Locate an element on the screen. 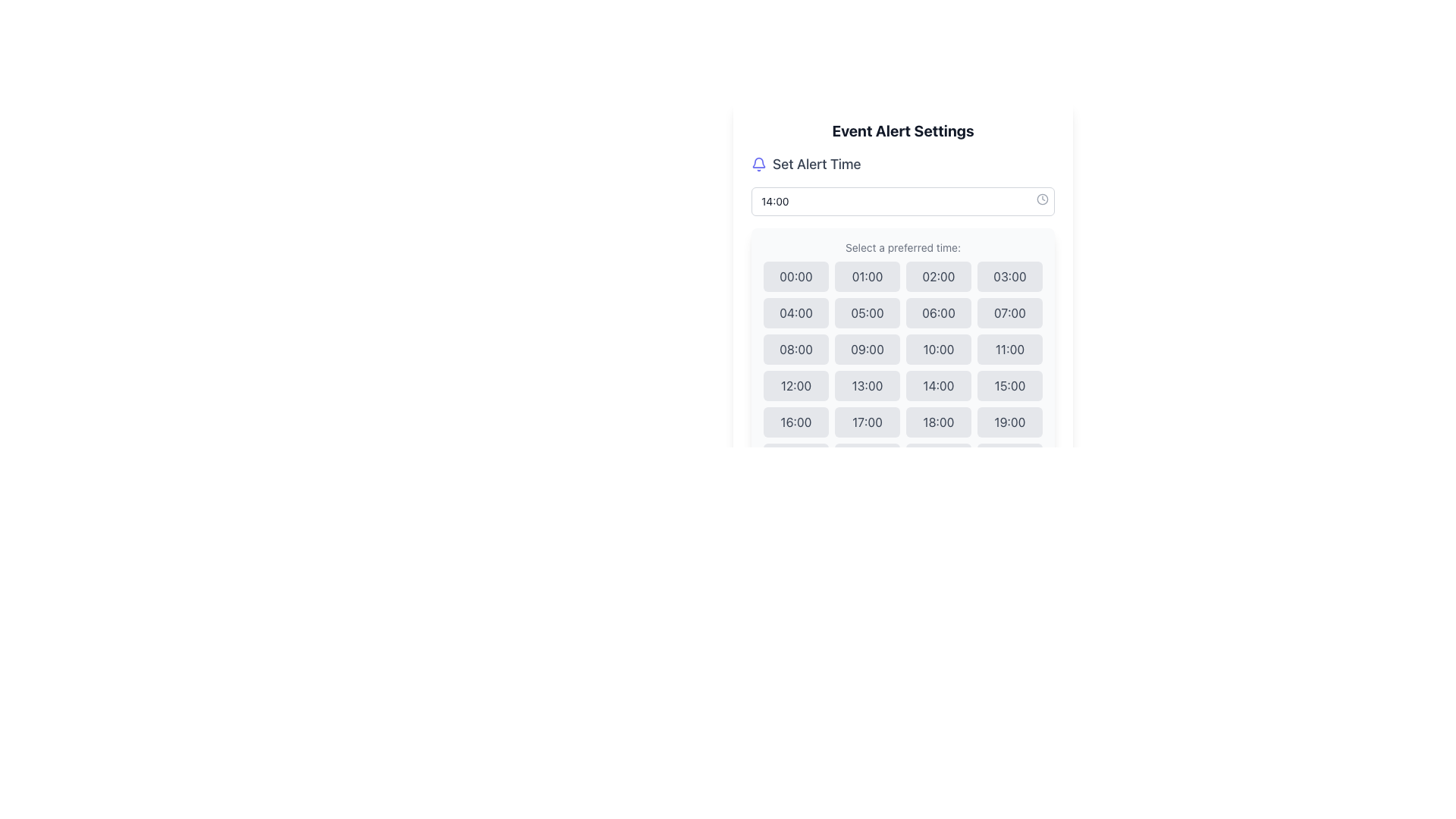  the button displaying '00:00' in dark gray, located in the top-left position of a time-selection grid is located at coordinates (795, 277).